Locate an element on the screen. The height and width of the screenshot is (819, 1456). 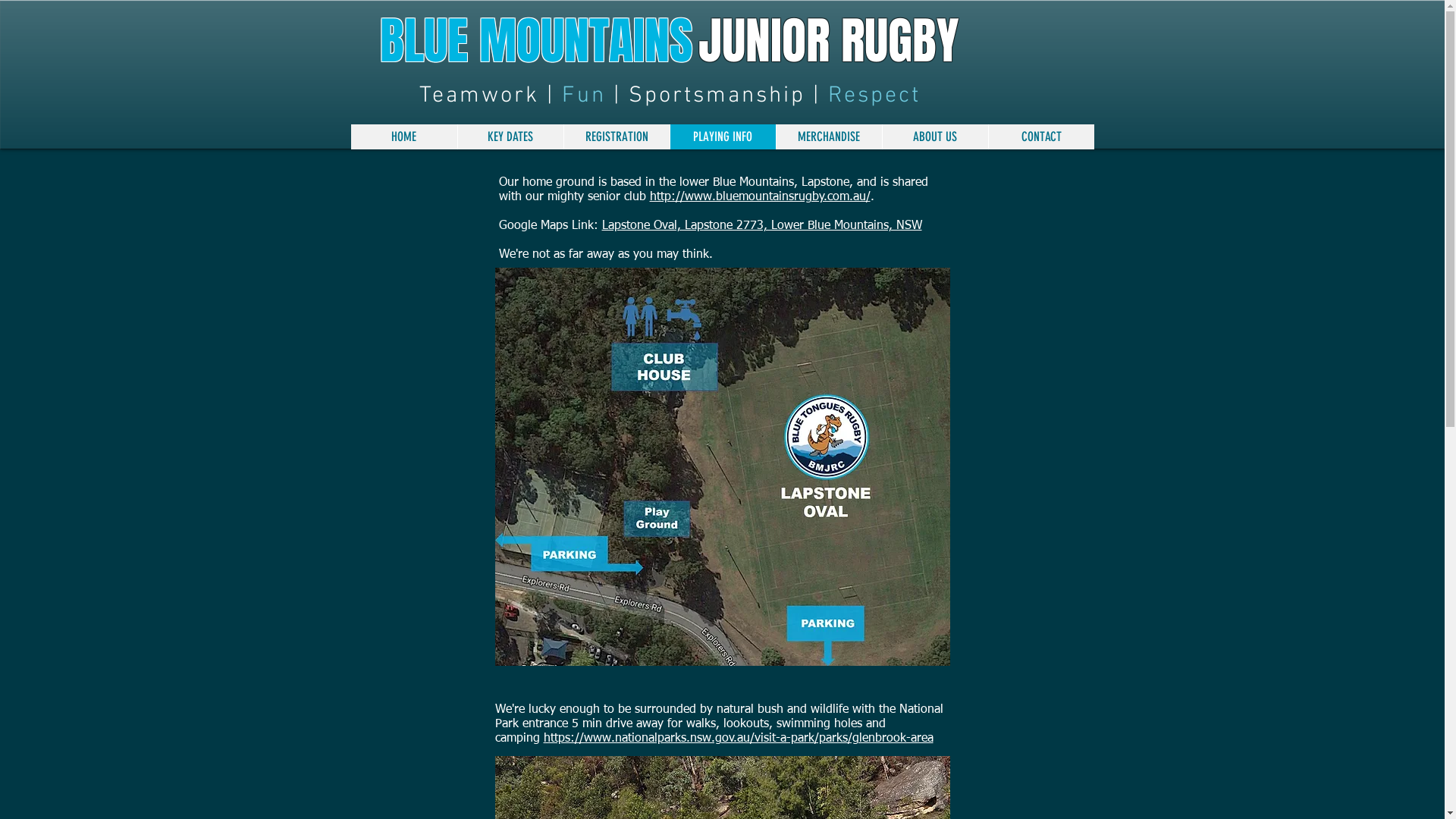
'ABOUT US' is located at coordinates (880, 136).